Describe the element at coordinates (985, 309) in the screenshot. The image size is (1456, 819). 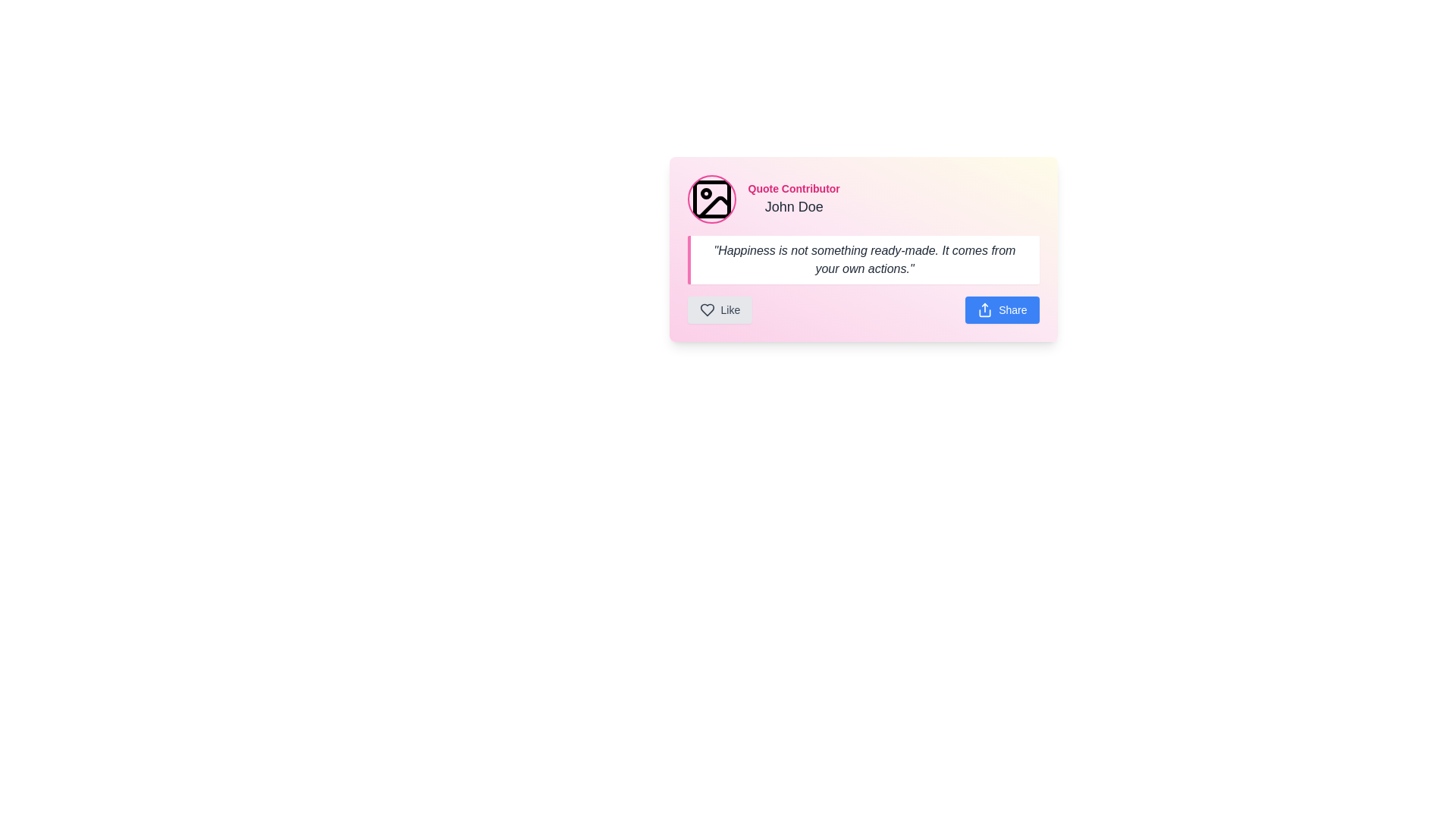
I see `the minimalistic, line-drawn share icon located to the left of the 'Share' button in the bottom-right corner of the card` at that location.